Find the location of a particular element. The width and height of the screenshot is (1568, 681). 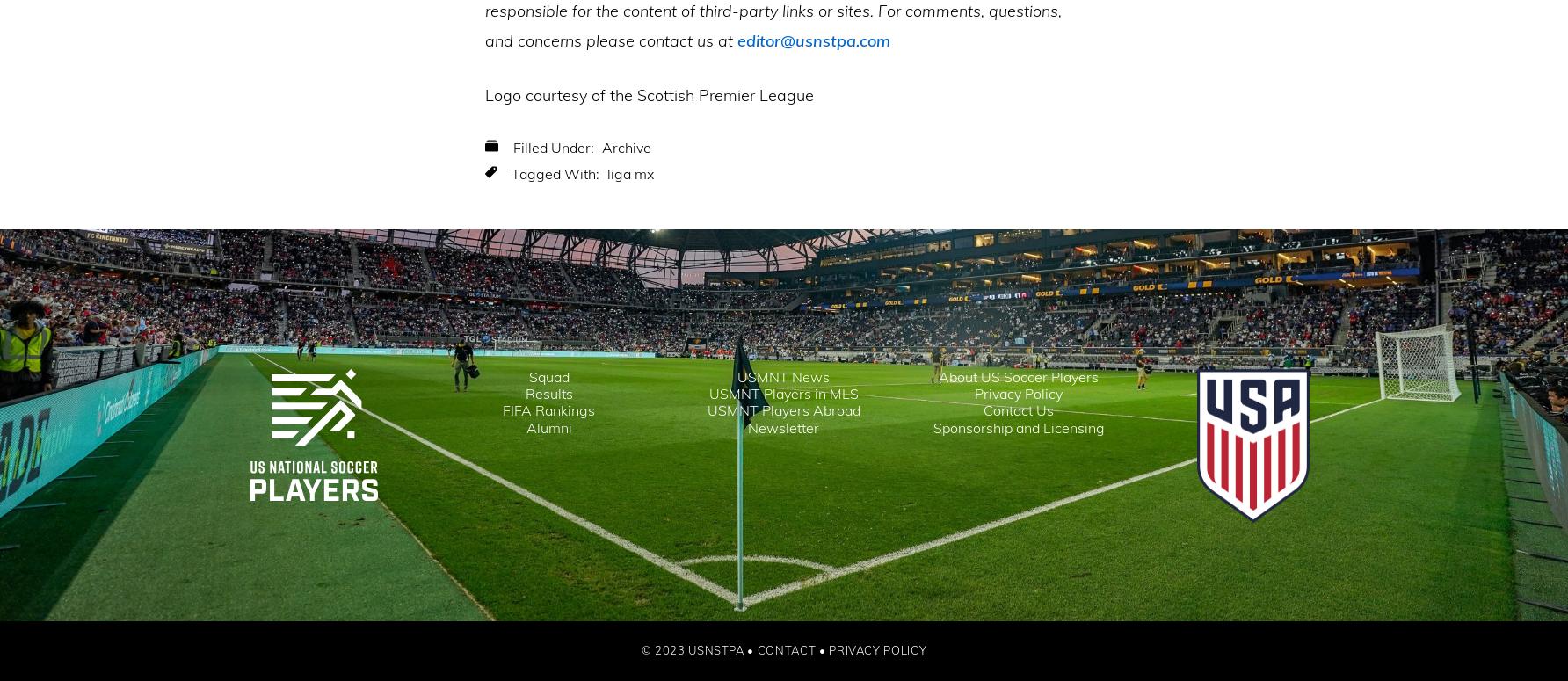

'USMNT Players Abroad' is located at coordinates (781, 410).